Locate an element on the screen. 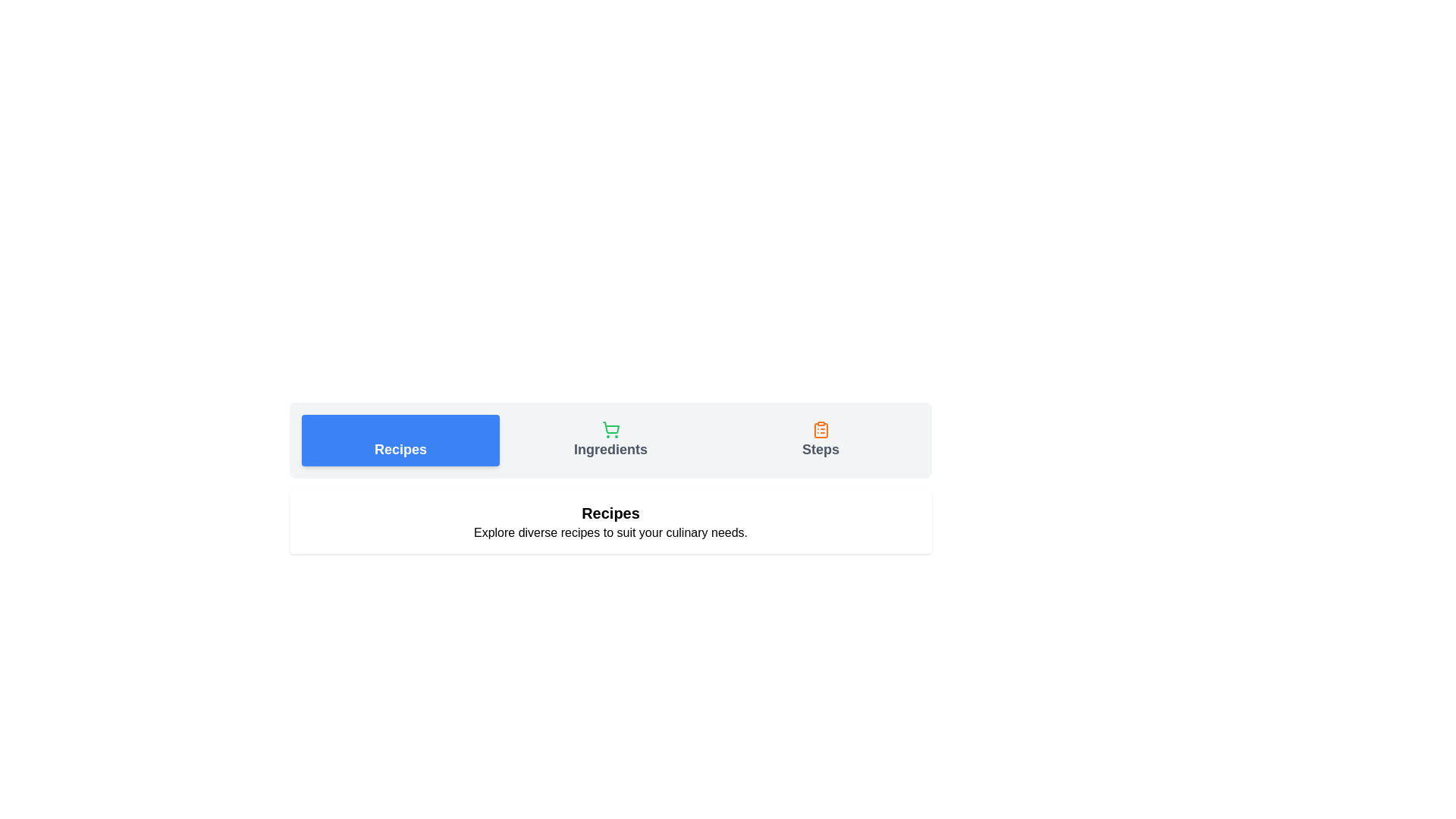 This screenshot has width=1456, height=819. the Recipes tab is located at coordinates (400, 441).